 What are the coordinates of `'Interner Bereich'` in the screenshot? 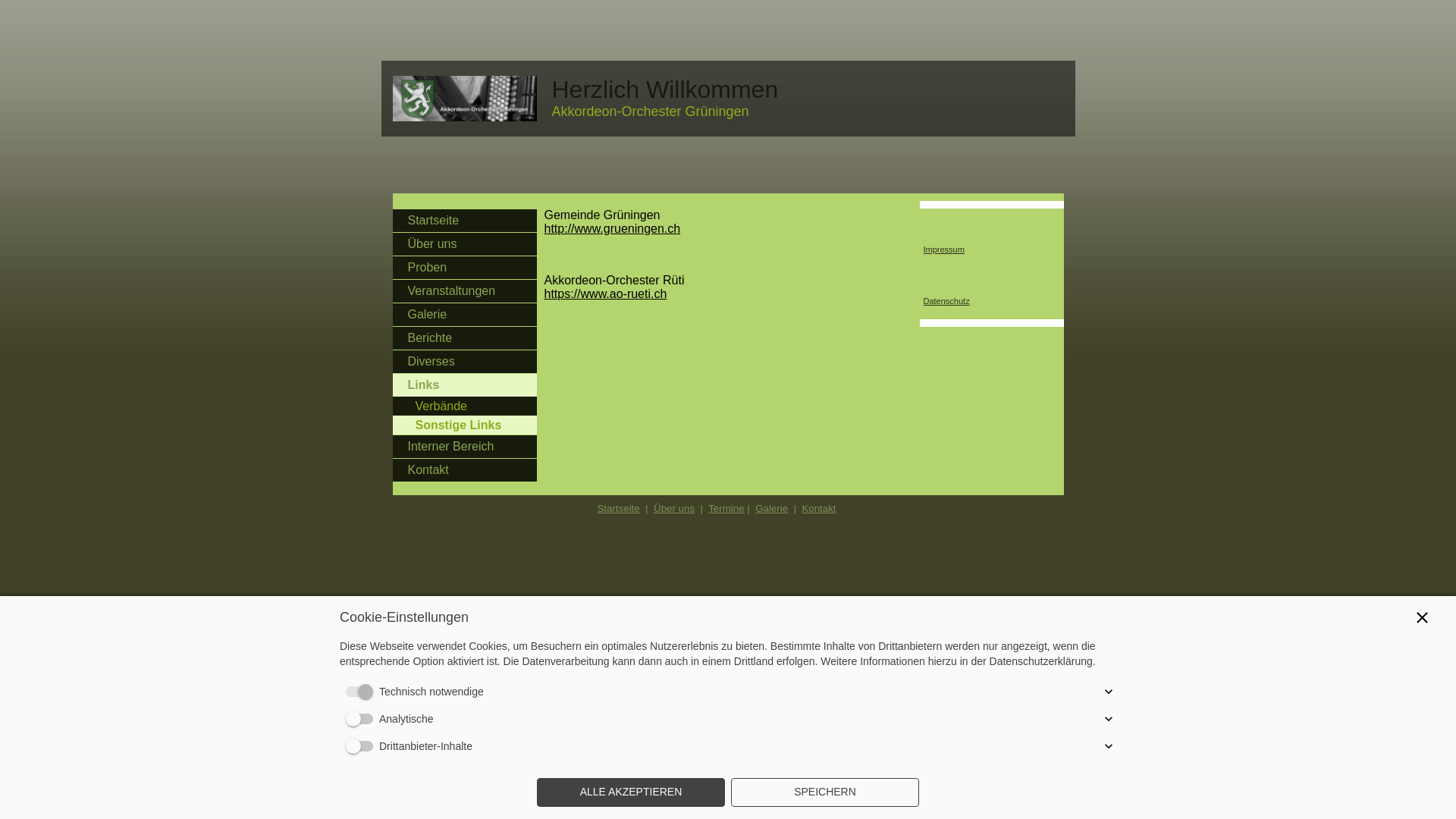 It's located at (464, 446).